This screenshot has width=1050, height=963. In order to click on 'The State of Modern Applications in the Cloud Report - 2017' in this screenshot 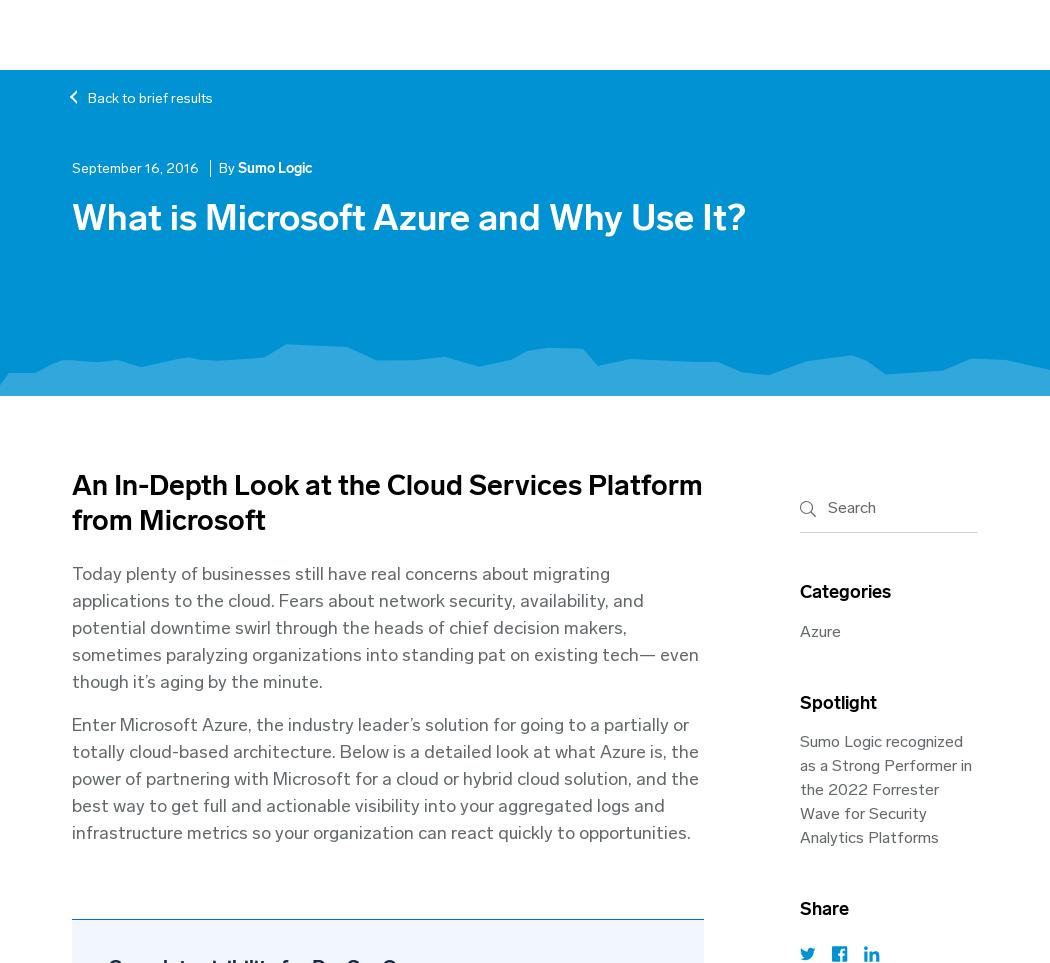, I will do `click(108, 715)`.